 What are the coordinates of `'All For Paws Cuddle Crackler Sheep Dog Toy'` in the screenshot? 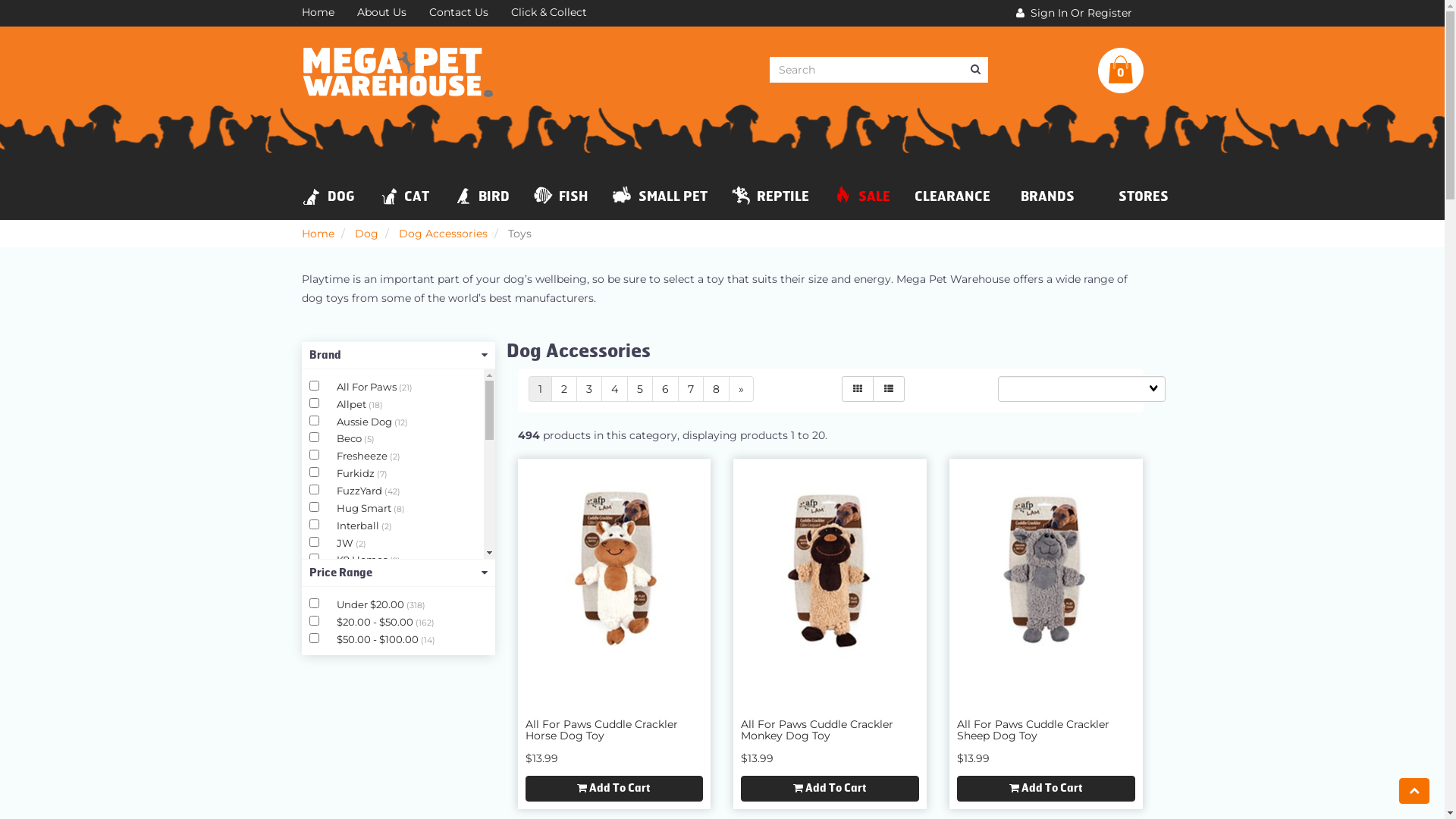 It's located at (1032, 729).